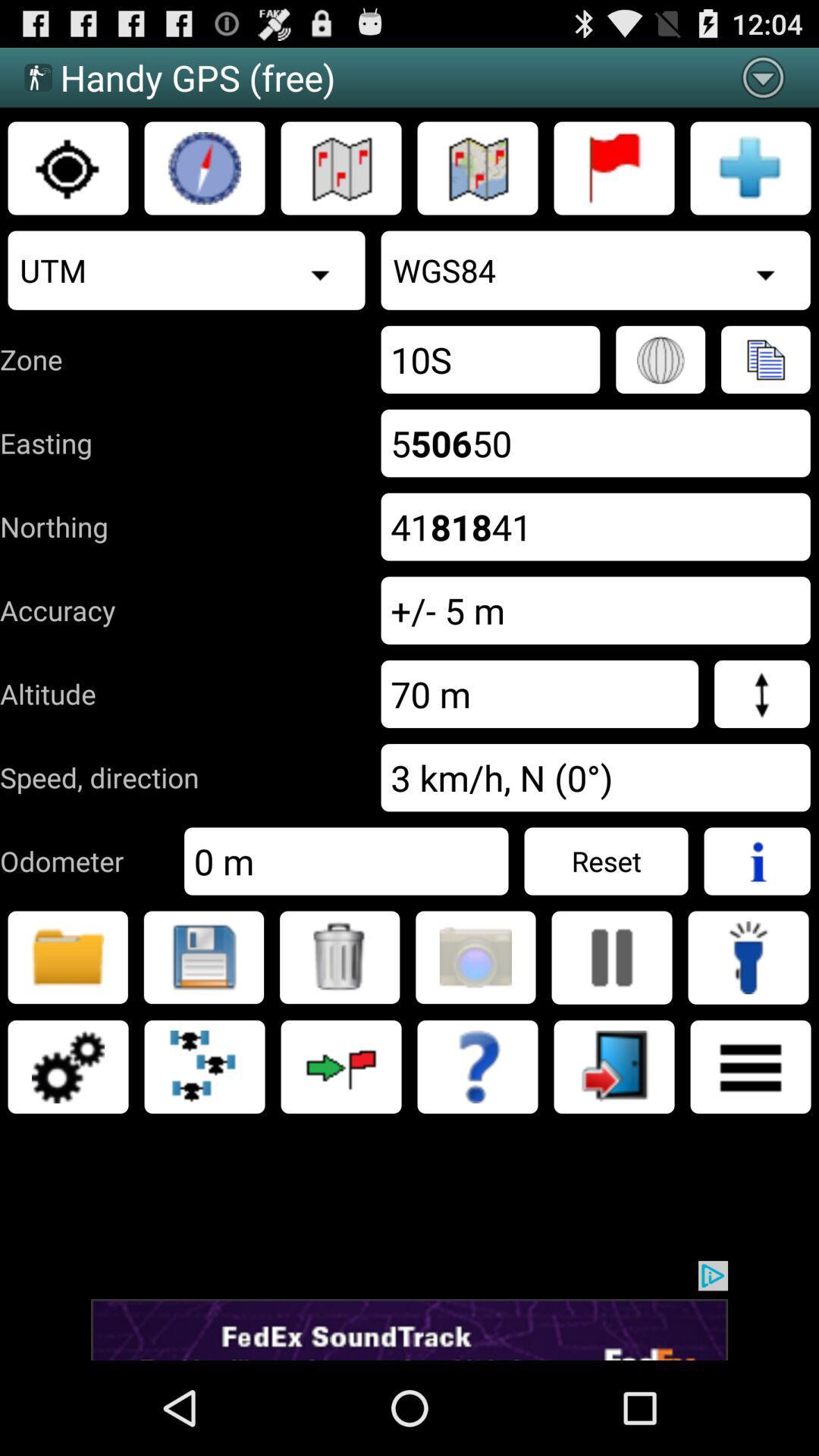  I want to click on get more information, so click(757, 861).